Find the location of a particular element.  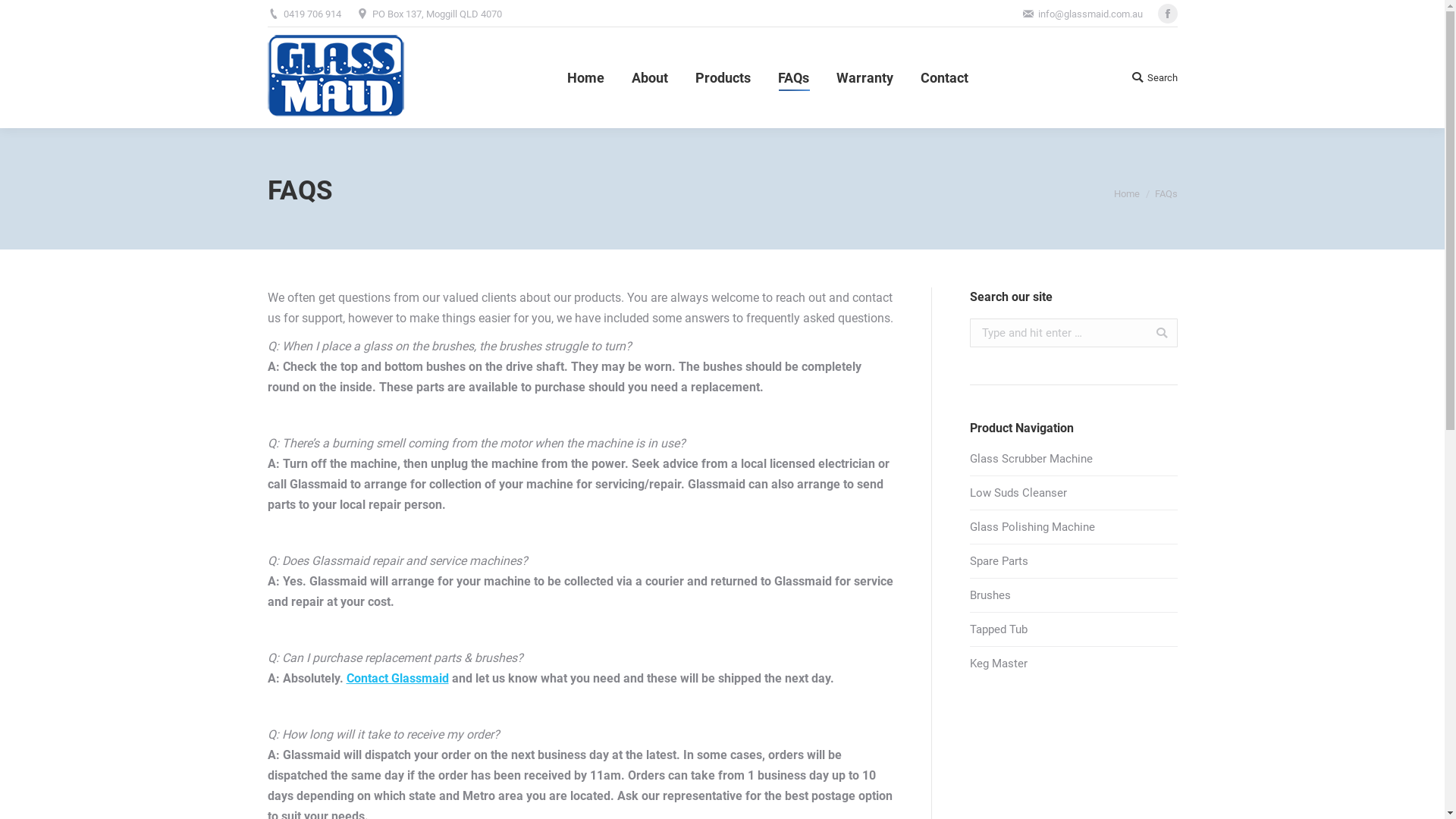

'Facebook' is located at coordinates (1166, 14).